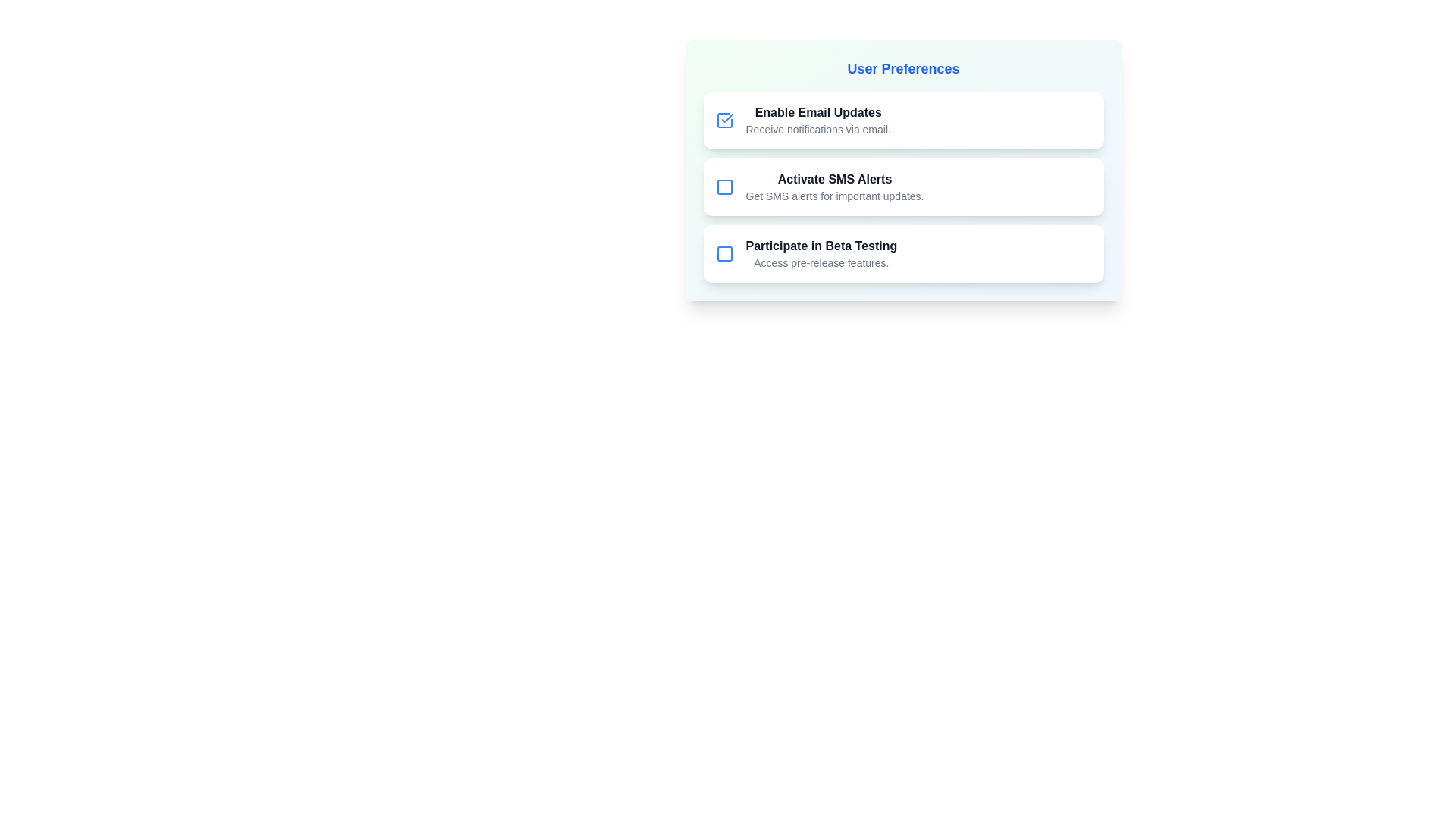 Image resolution: width=1456 pixels, height=819 pixels. What do you see at coordinates (903, 170) in the screenshot?
I see `the Option checkbox for SMS notifications` at bounding box center [903, 170].